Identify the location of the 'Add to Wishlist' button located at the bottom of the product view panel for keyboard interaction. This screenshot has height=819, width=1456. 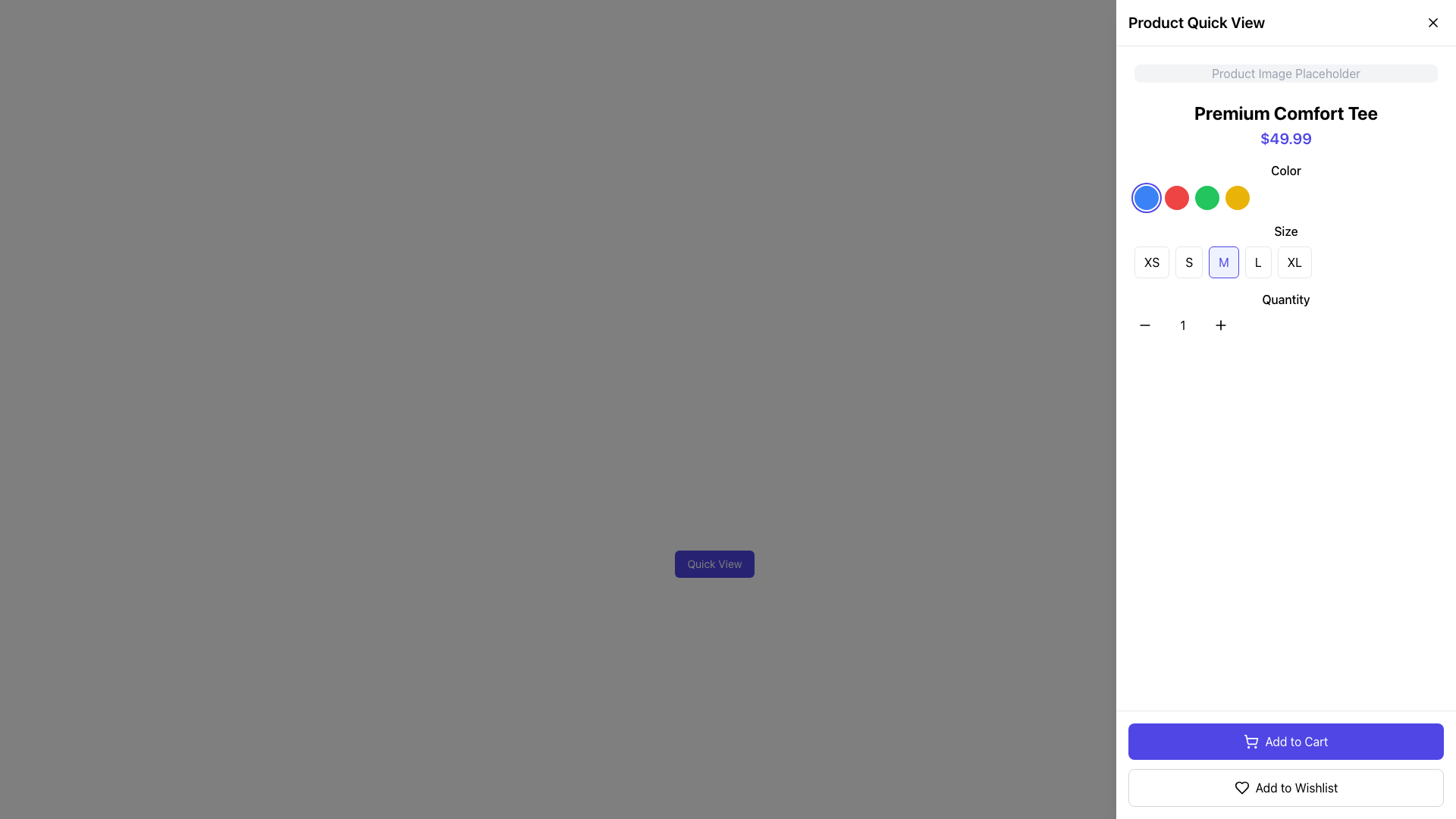
(1285, 786).